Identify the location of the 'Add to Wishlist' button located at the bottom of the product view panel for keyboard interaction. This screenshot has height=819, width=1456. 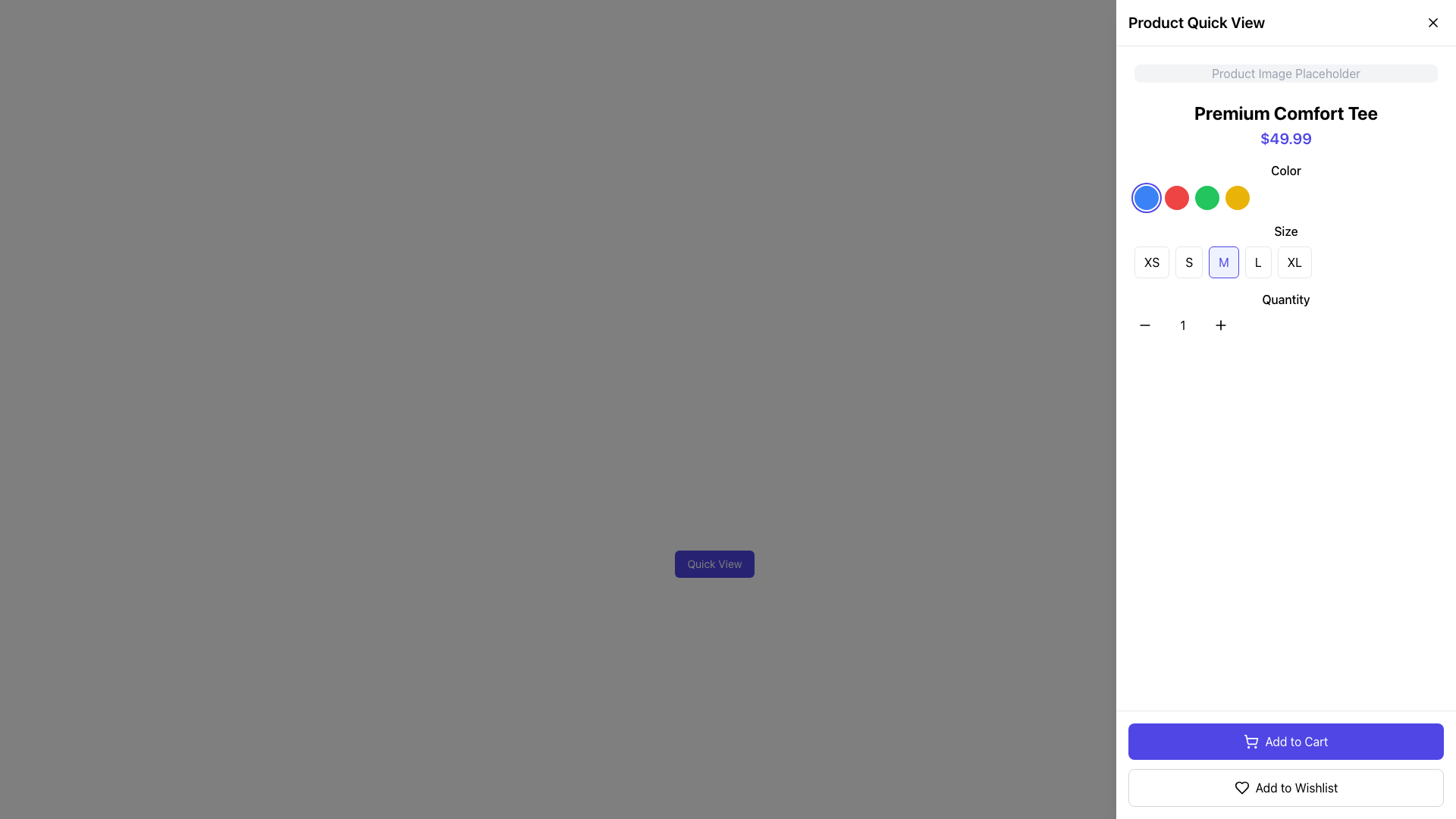
(1285, 786).